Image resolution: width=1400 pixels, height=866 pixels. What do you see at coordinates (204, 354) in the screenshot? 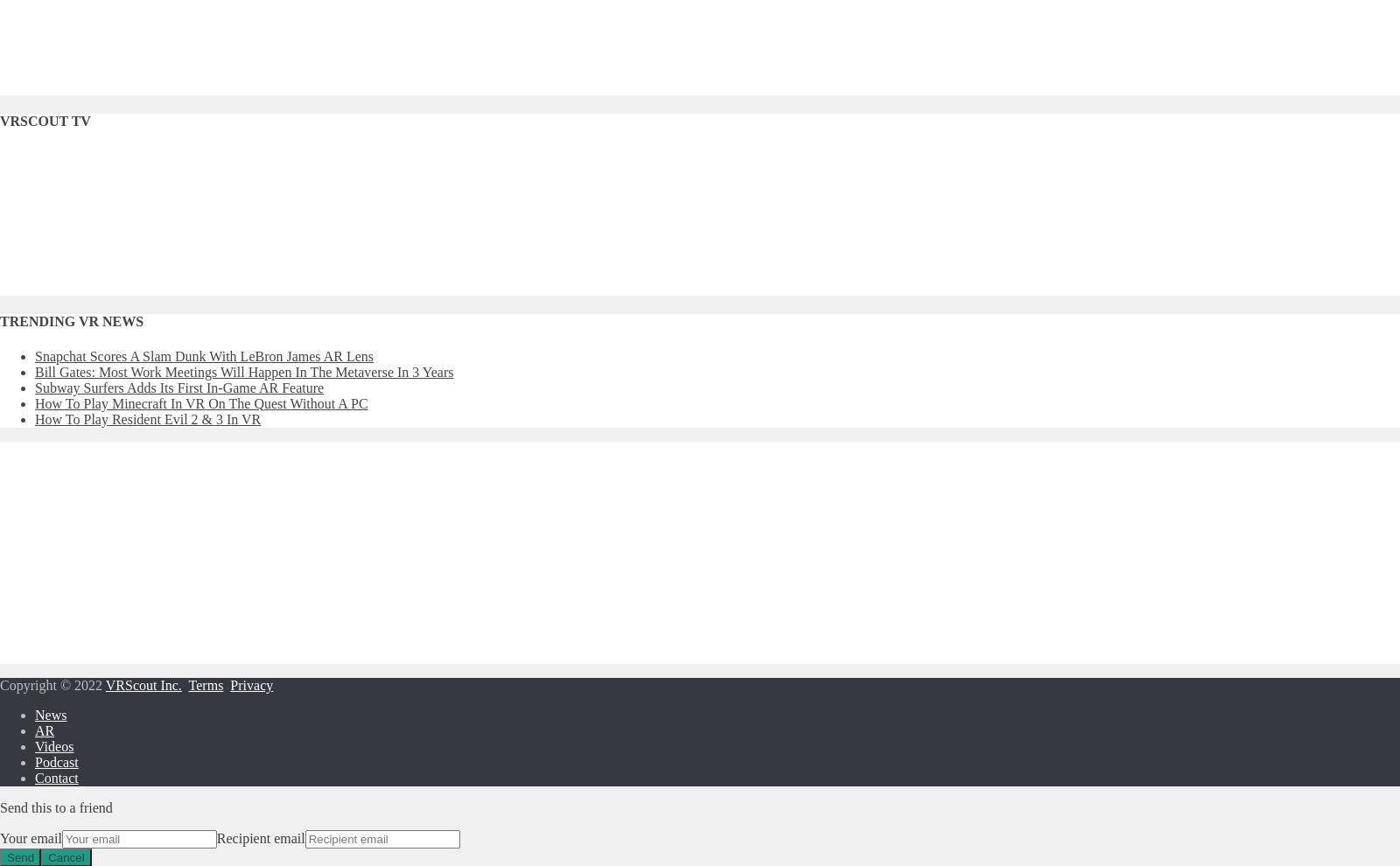
I see `'Snapchat Scores A Slam Dunk With LeBron James AR Lens'` at bounding box center [204, 354].